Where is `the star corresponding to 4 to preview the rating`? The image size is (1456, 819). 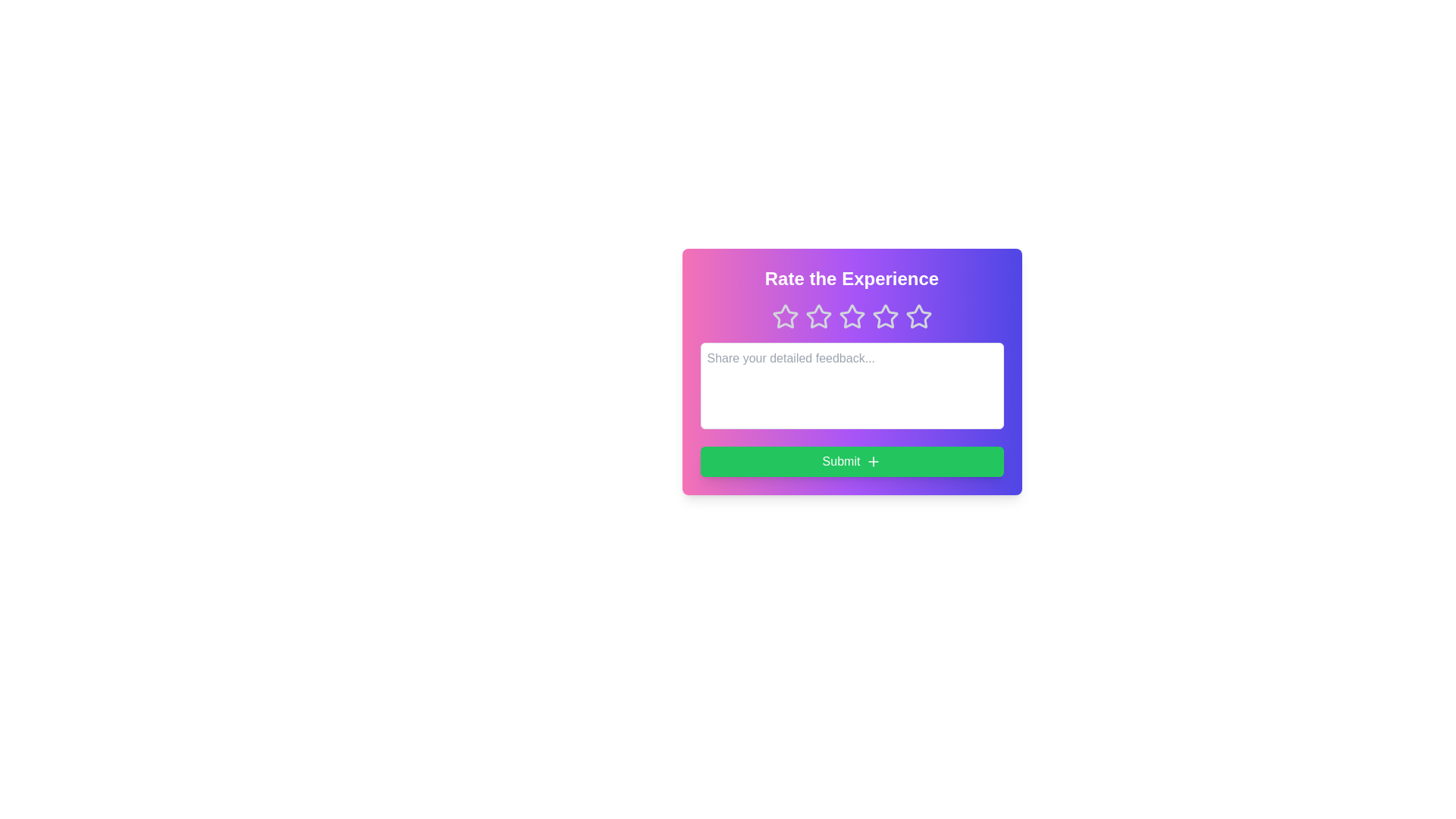
the star corresponding to 4 to preview the rating is located at coordinates (885, 315).